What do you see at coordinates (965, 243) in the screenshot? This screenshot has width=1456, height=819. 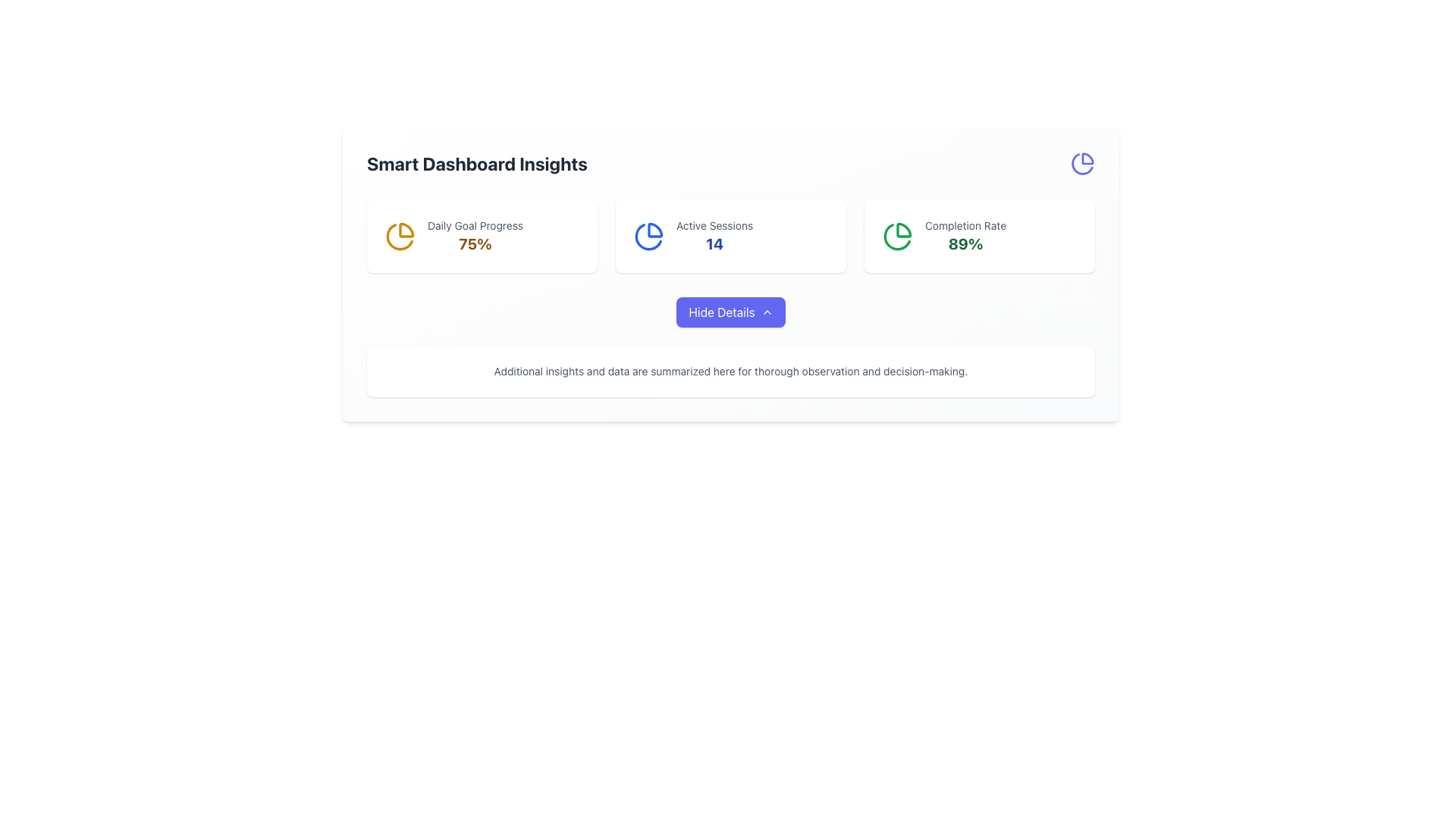 I see `numerical percentage text indicating the completion rate located in the third summary card from the left, directly below the 'Completion Rate' label` at bounding box center [965, 243].